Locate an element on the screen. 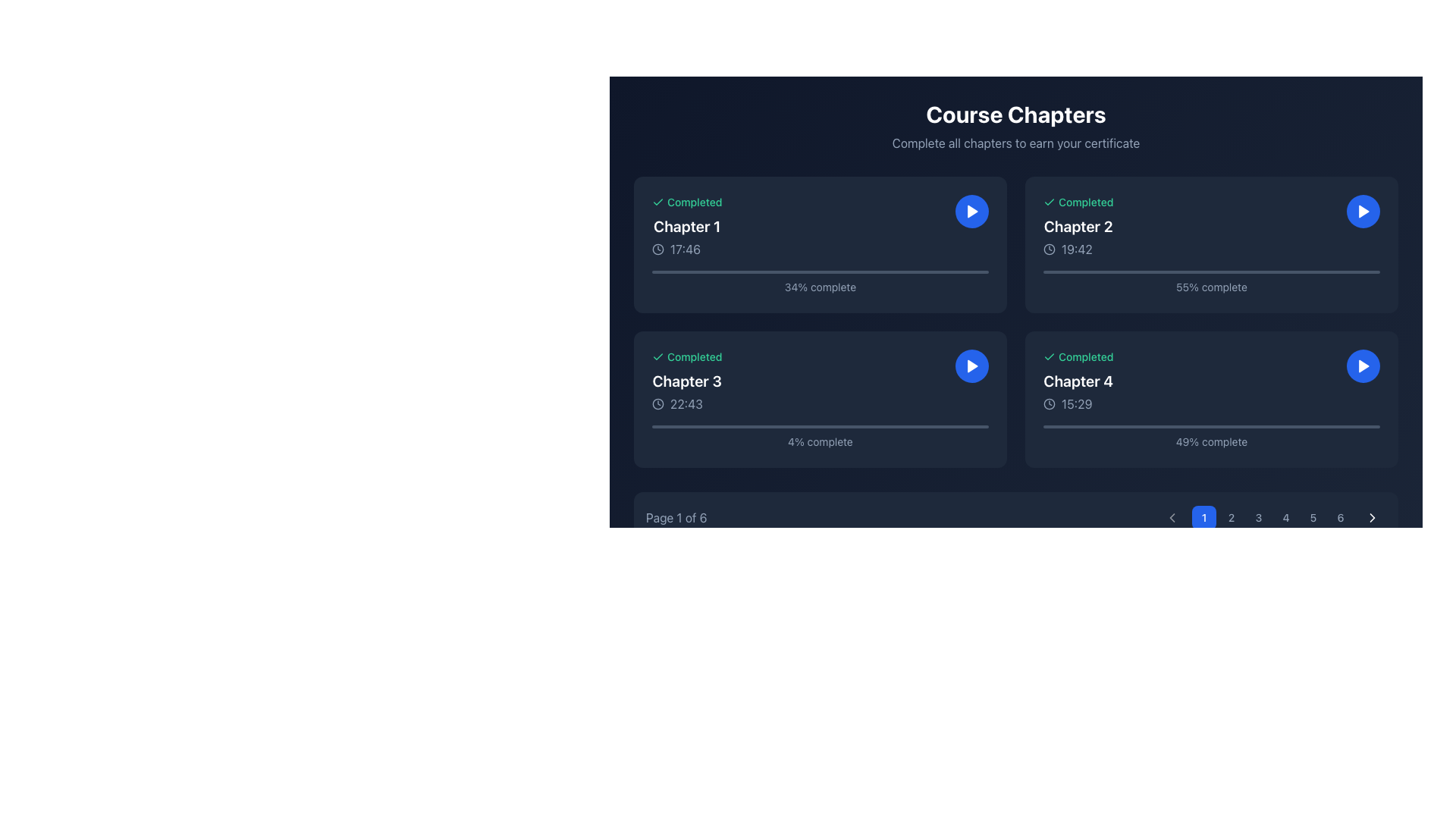 This screenshot has height=819, width=1456. the chapter detail display component that shows 'Chapter 2' with a green 'Completed' label for additional information is located at coordinates (1078, 227).